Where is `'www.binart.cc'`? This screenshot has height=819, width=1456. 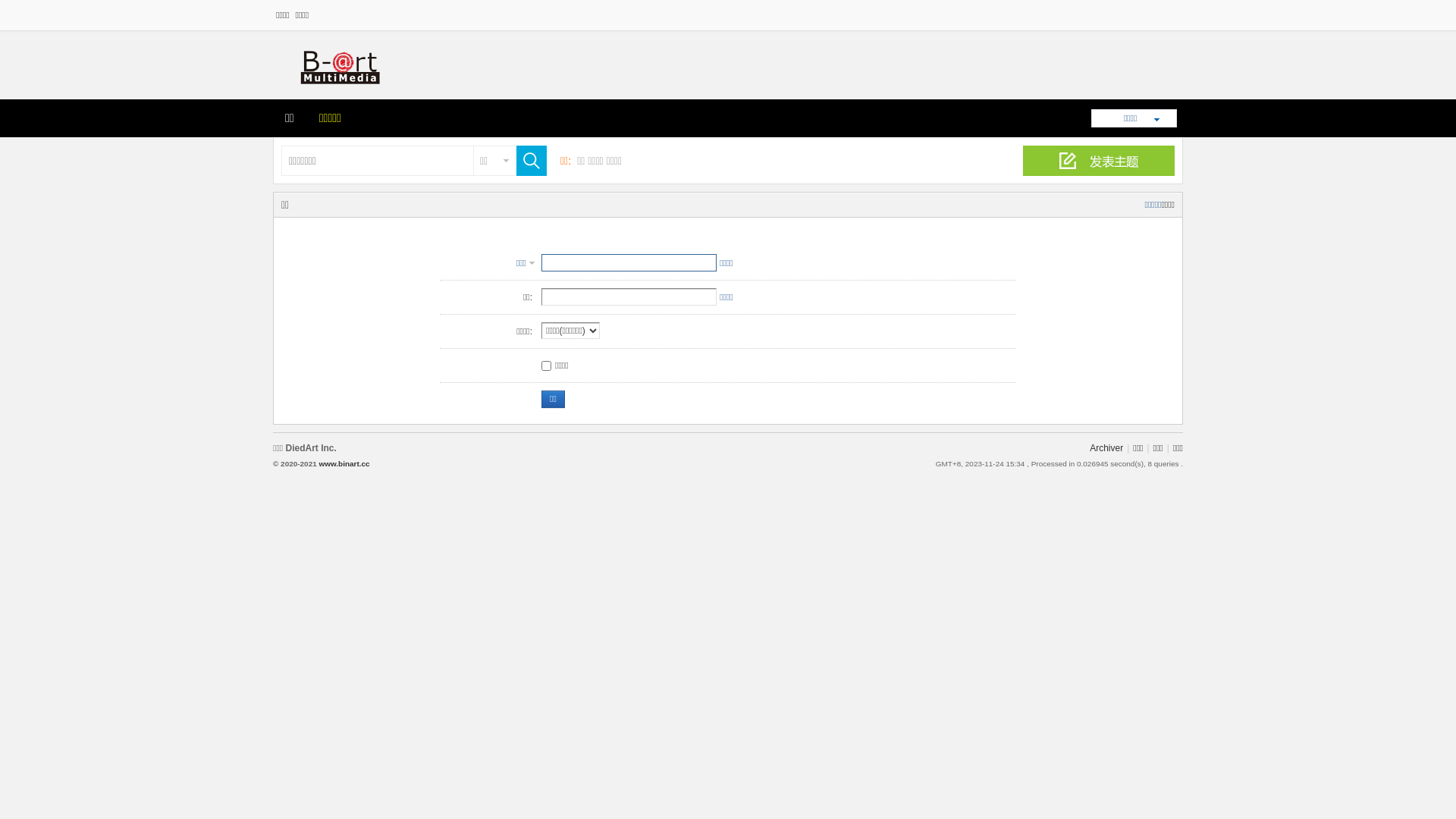 'www.binart.cc' is located at coordinates (343, 463).